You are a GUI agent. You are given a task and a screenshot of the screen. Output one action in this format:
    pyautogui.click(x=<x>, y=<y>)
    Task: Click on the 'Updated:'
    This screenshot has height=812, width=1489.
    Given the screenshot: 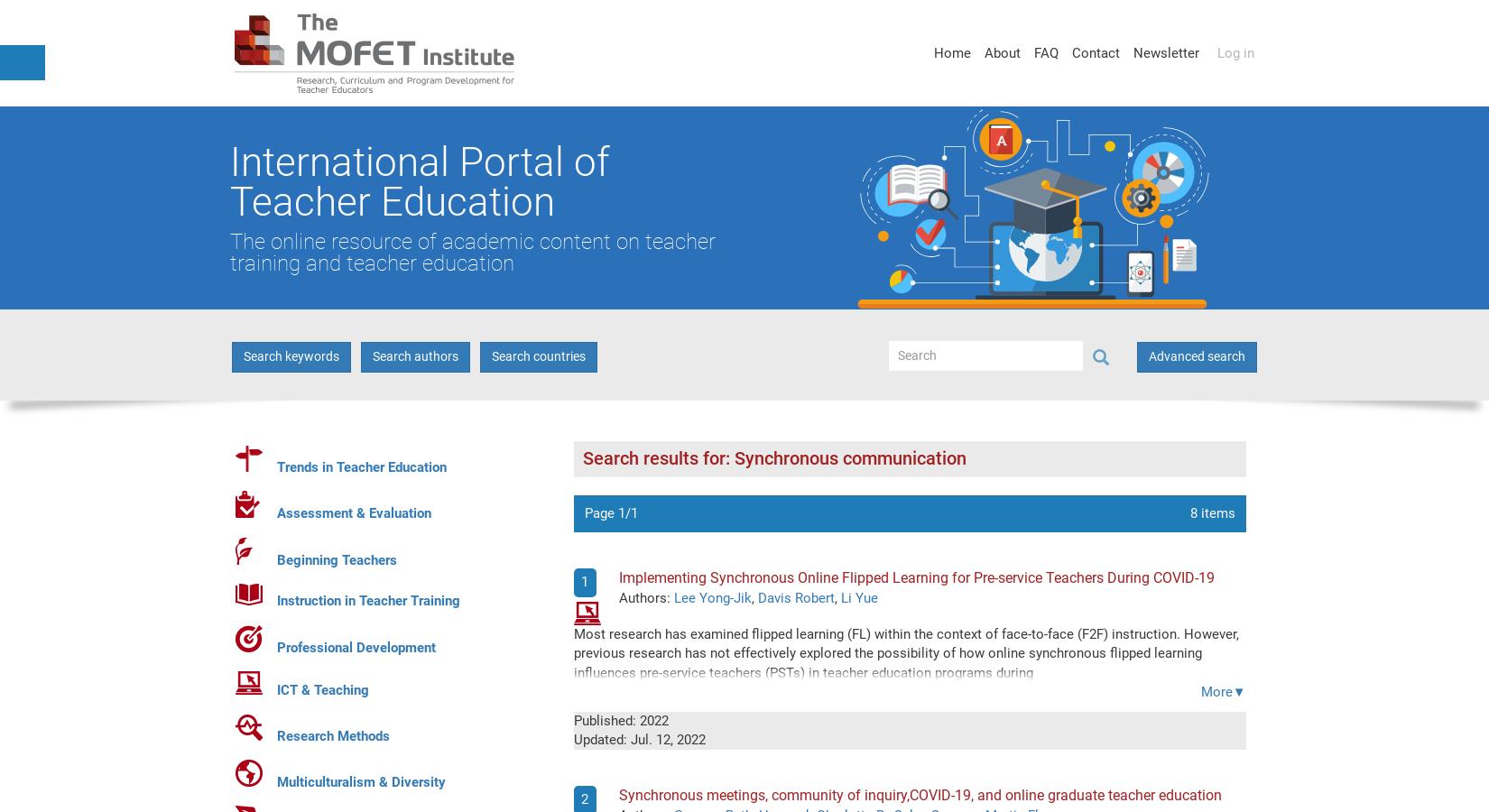 What is the action you would take?
    pyautogui.click(x=571, y=739)
    